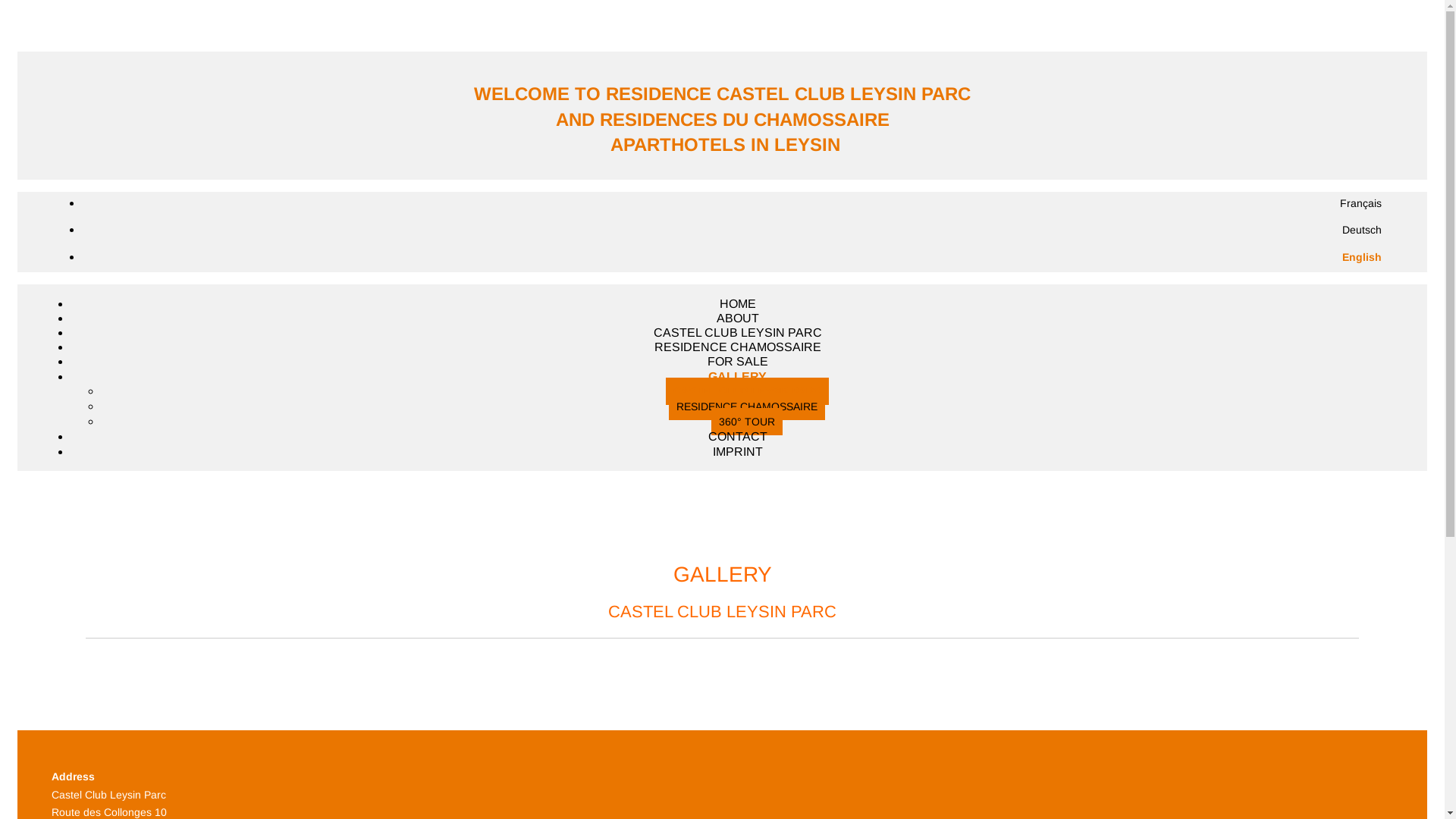  I want to click on 'RESIDENCE CHAMOSSAIRE', so click(746, 406).